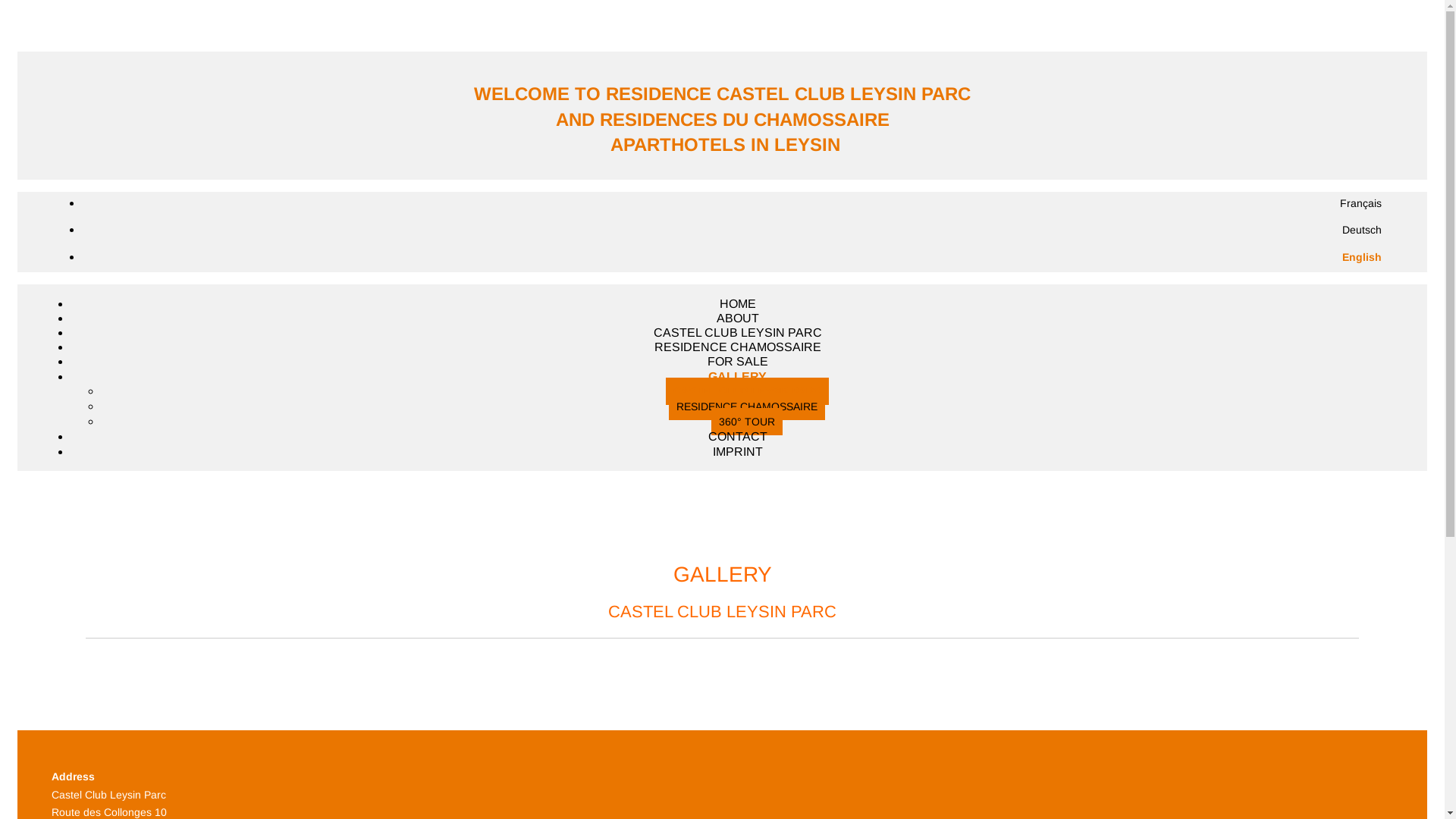  I want to click on 'RESIDENCE CHAMOSSAIRE', so click(746, 406).